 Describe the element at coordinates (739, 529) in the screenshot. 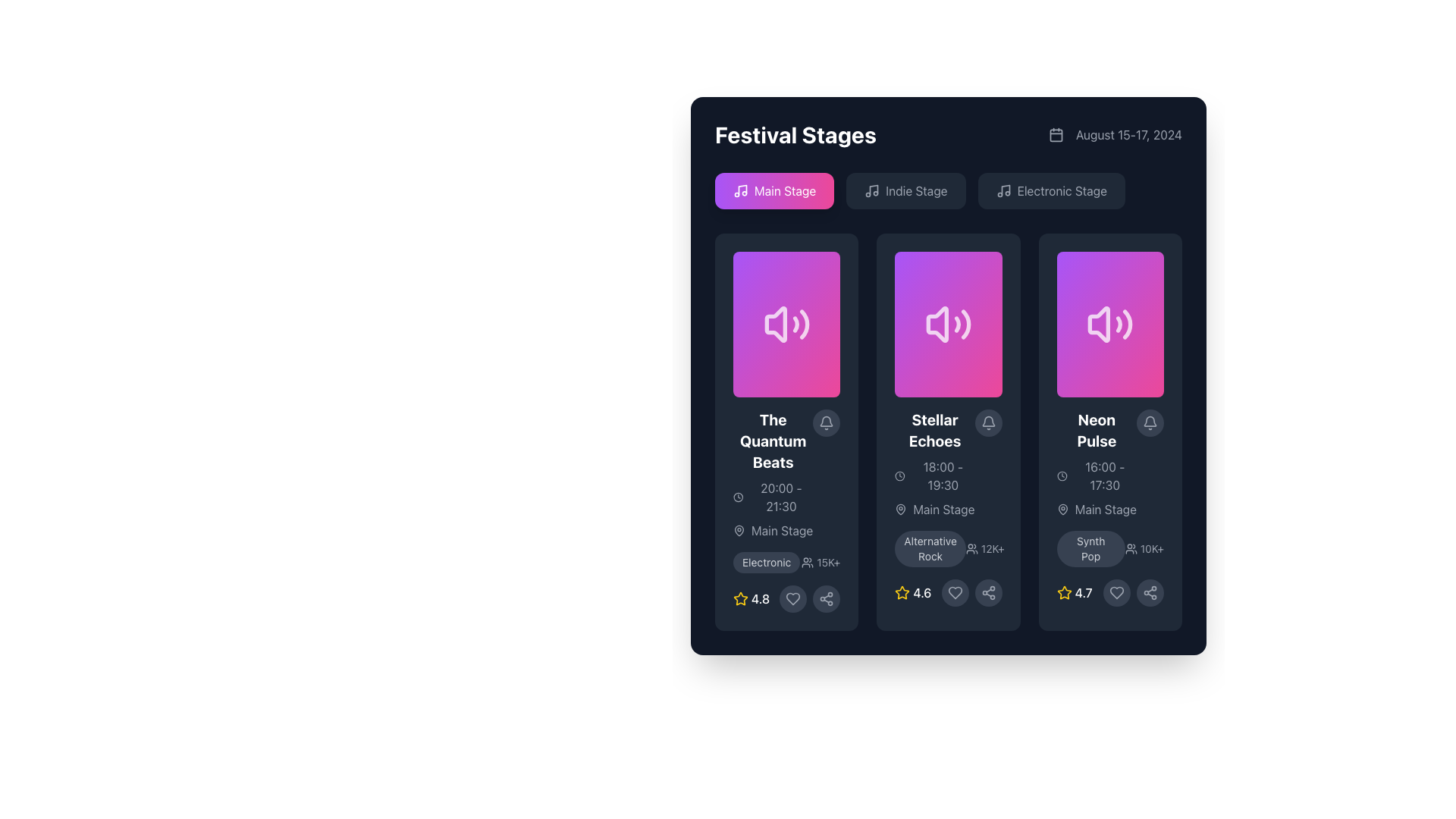

I see `the pin-shaped icon located beside the text 'Main Stage' in the lower section of the card titled 'The Quantum Beats'` at that location.